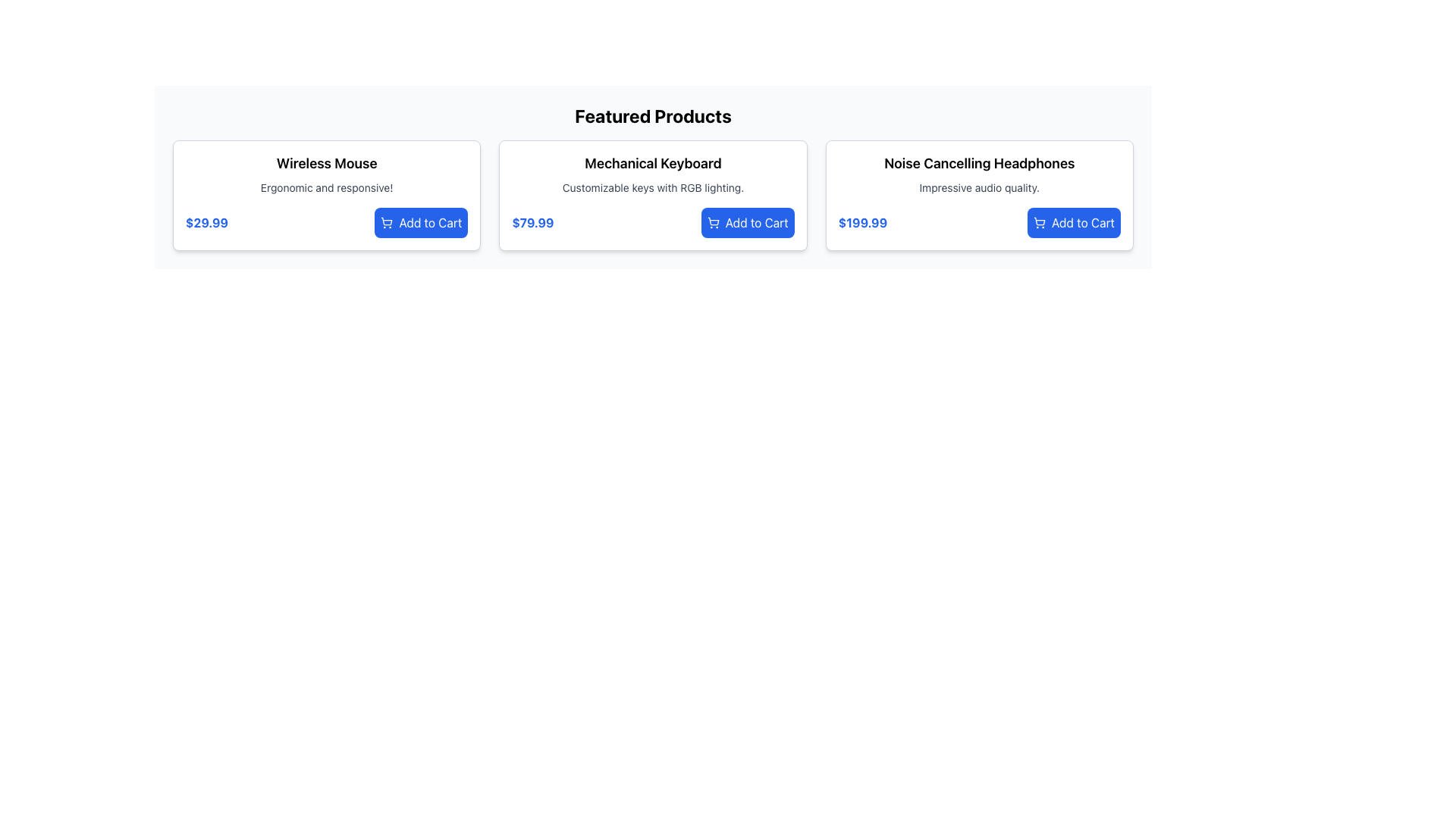  I want to click on the static text label that provides additional information about 'Noise Cancelling Headphones', located beneath the title and above the price and 'Add to Cart' section, so click(979, 187).